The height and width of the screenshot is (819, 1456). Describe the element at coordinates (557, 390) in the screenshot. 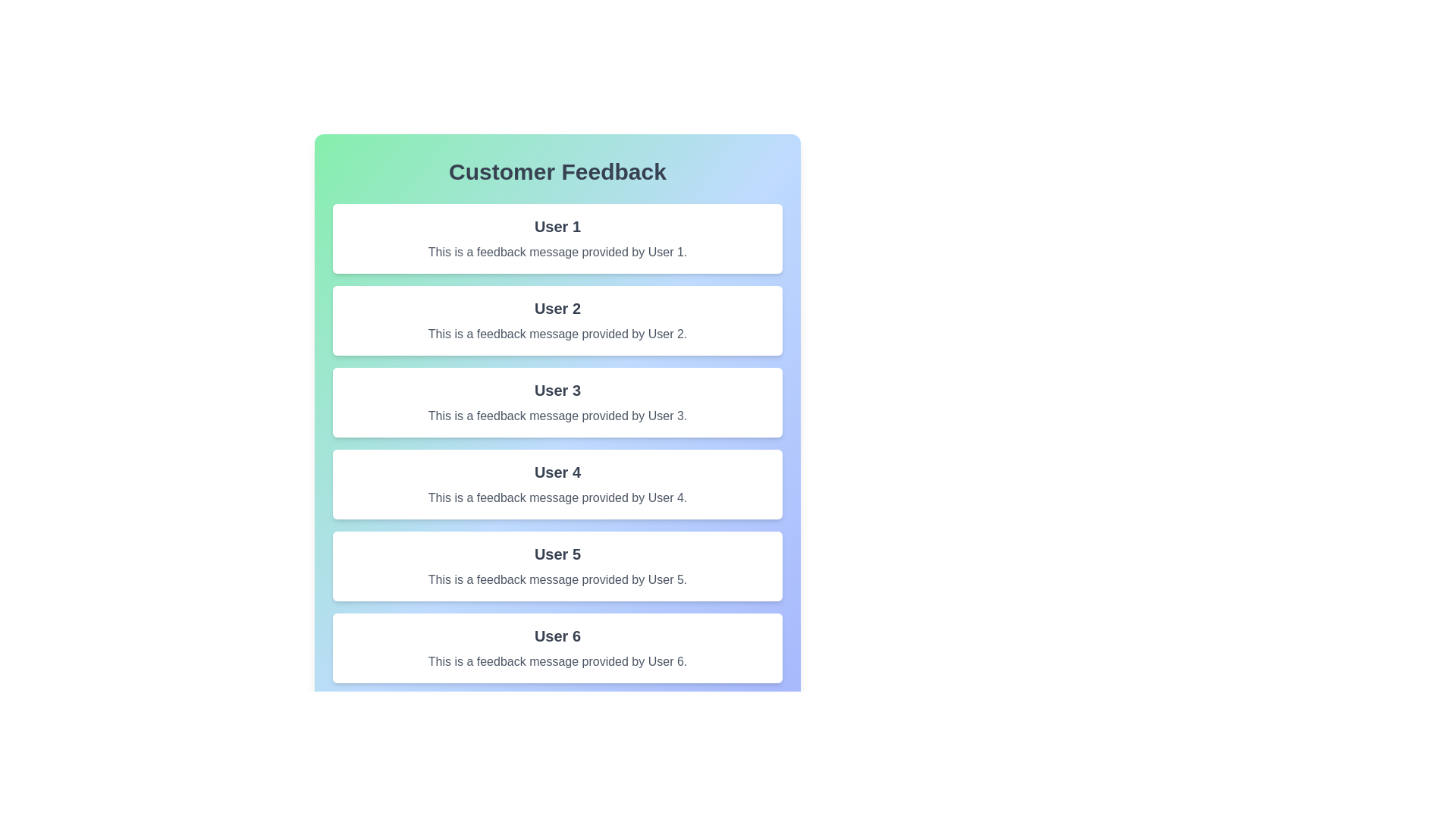

I see `the header text 'User 3', which is a bold and large font label located at the top of the third feedback card in a vertical list` at that location.